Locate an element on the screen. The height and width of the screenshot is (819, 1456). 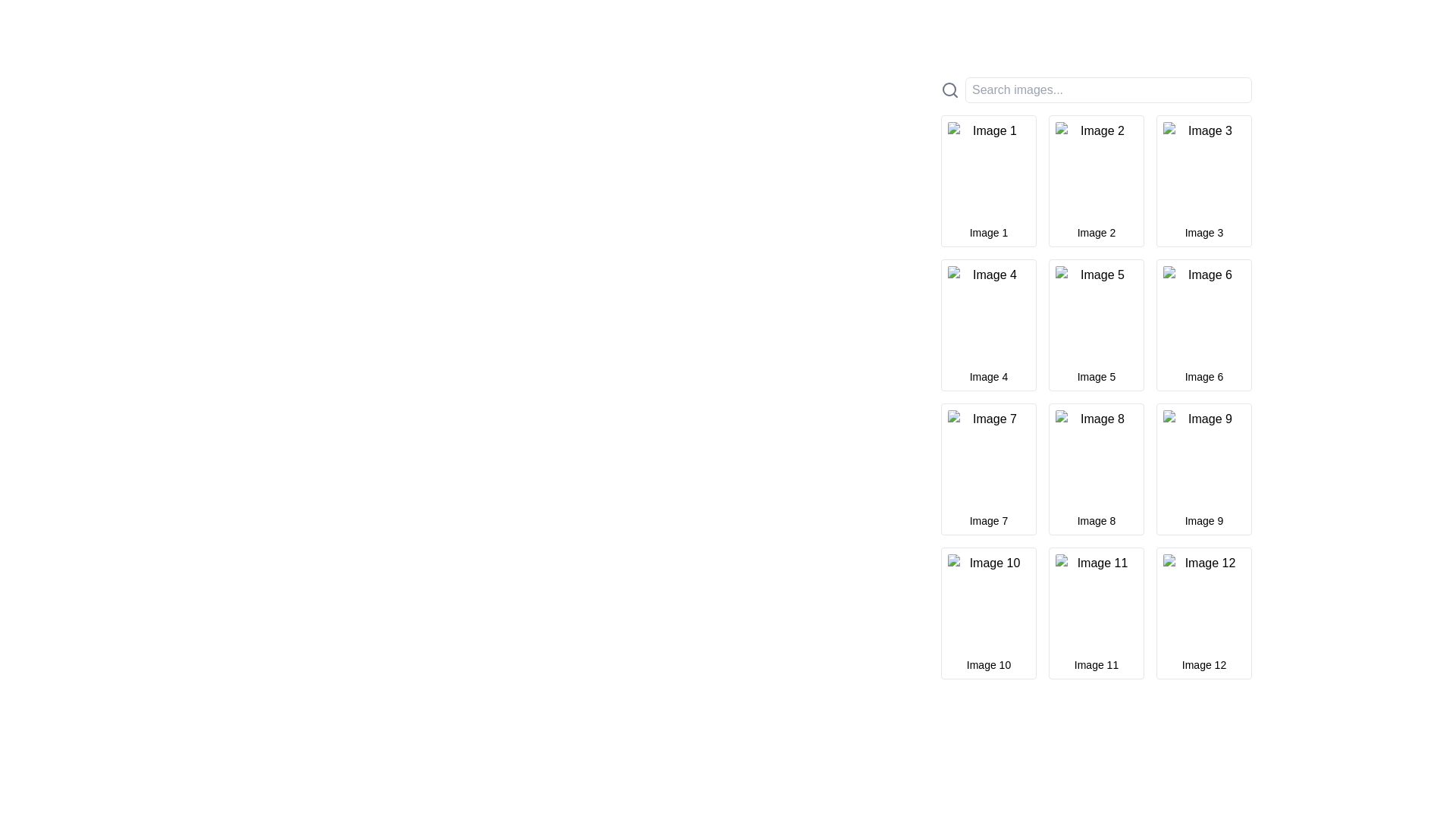
the text label displaying 'Image 12', which is located at the bottom-right position of a grid layout, directly below an image labeled 'Image 12' is located at coordinates (1203, 664).